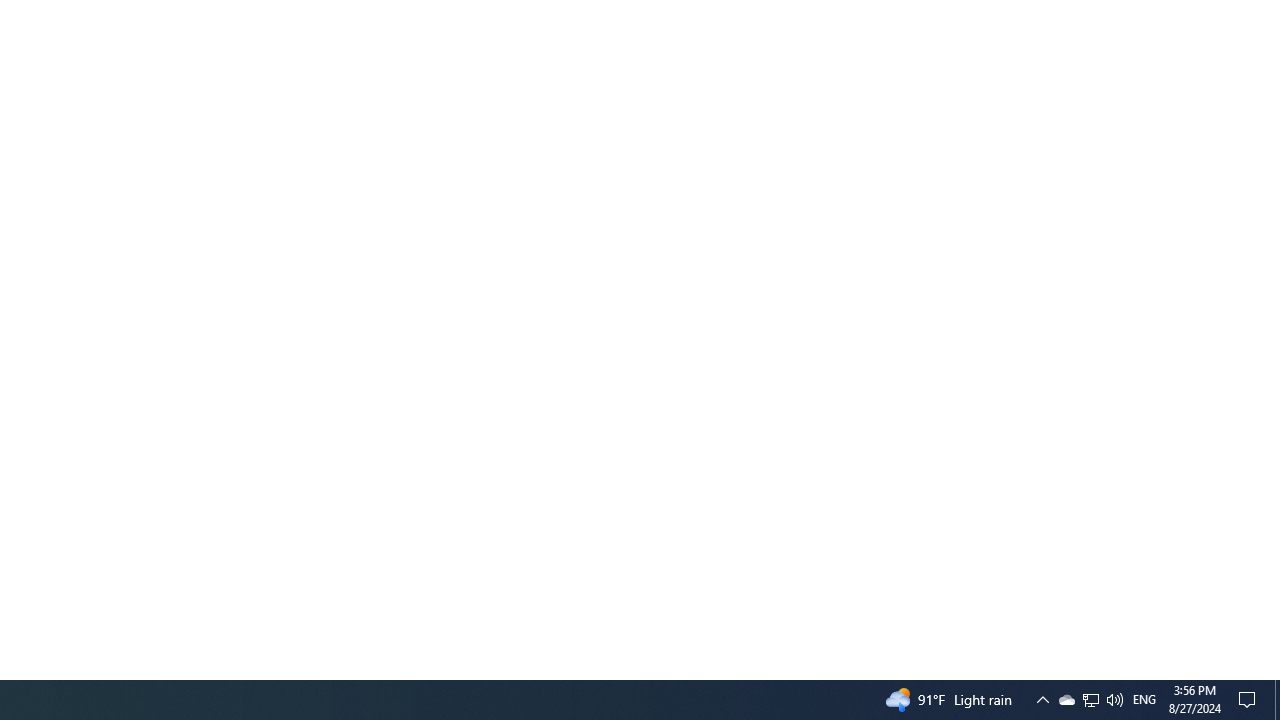 This screenshot has height=720, width=1280. What do you see at coordinates (1089, 698) in the screenshot?
I see `'User Promoted Notification Area'` at bounding box center [1089, 698].